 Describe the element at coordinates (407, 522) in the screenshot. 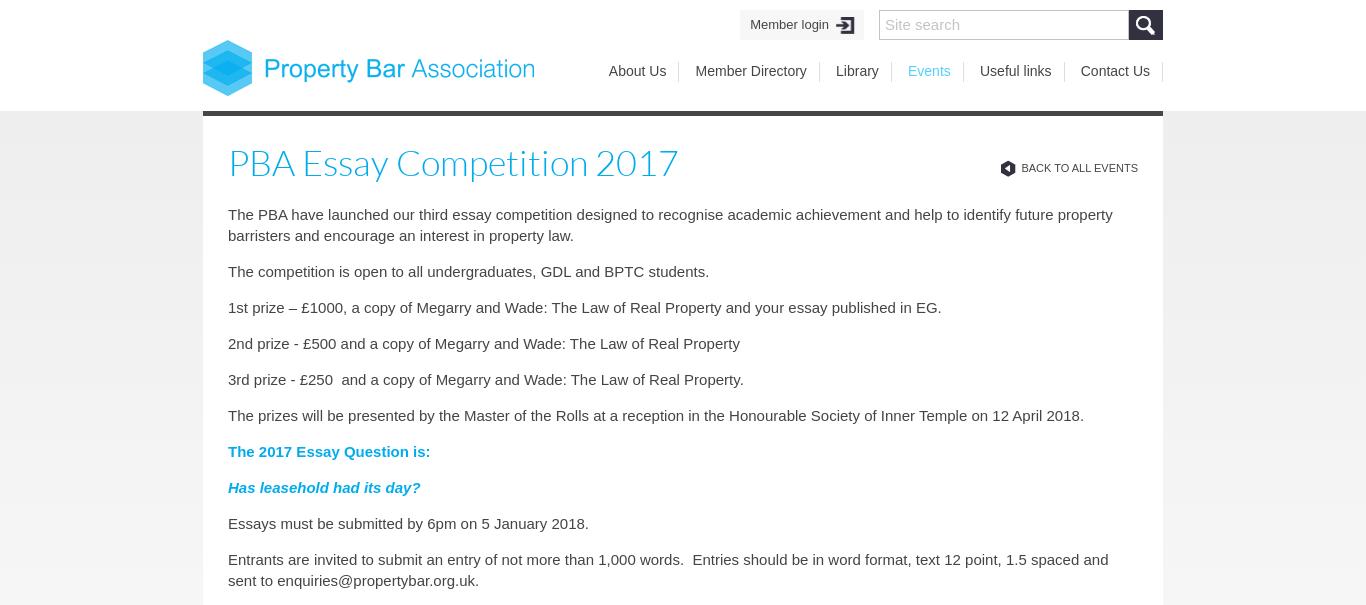

I see `'Essays must be submitted by 6pm on 5 January 2018.'` at that location.